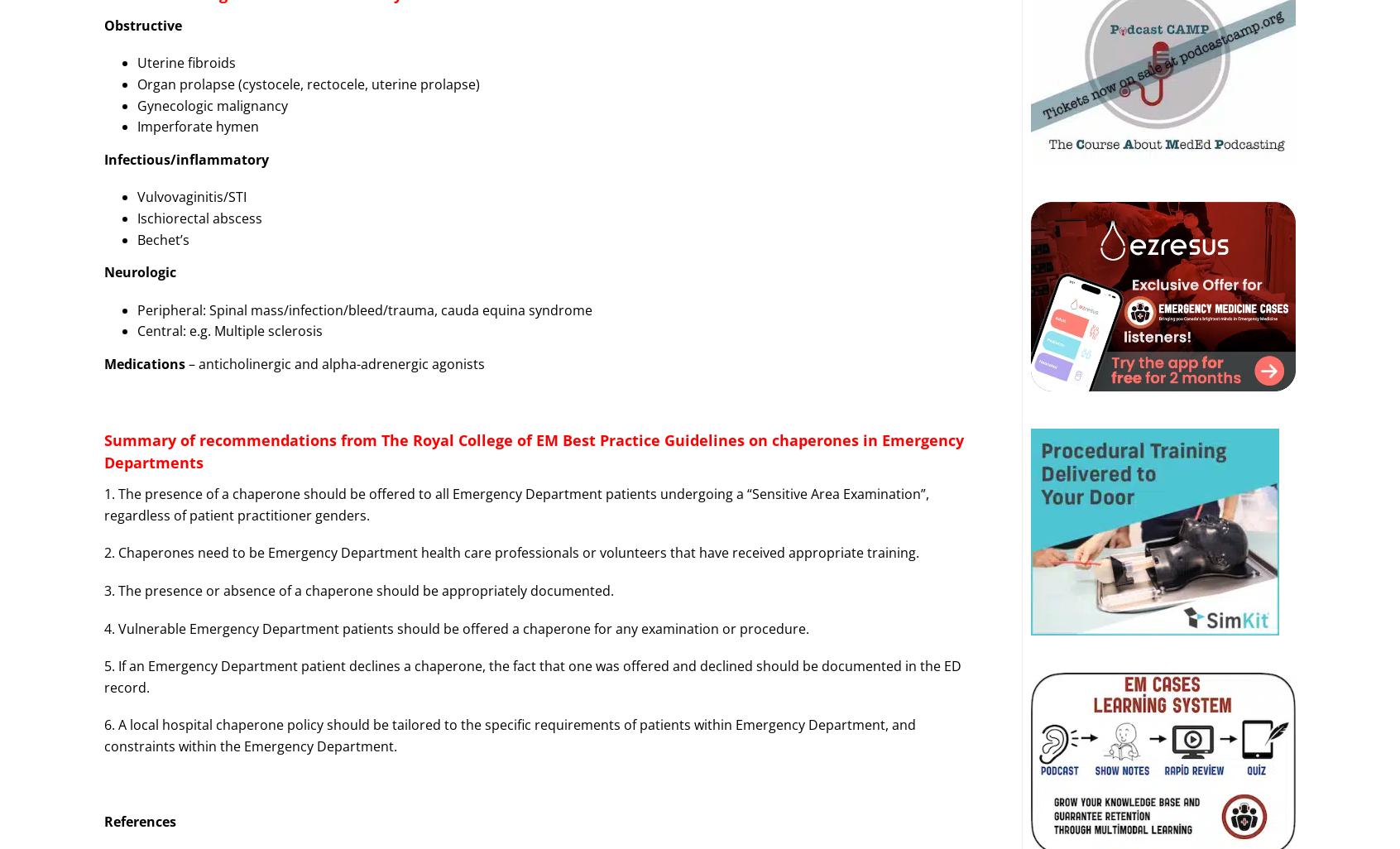 This screenshot has height=849, width=1400. Describe the element at coordinates (104, 628) in the screenshot. I see `'4. Vulnerable Emergency Department patients should be offered a chaperone for any examination or procedure.'` at that location.